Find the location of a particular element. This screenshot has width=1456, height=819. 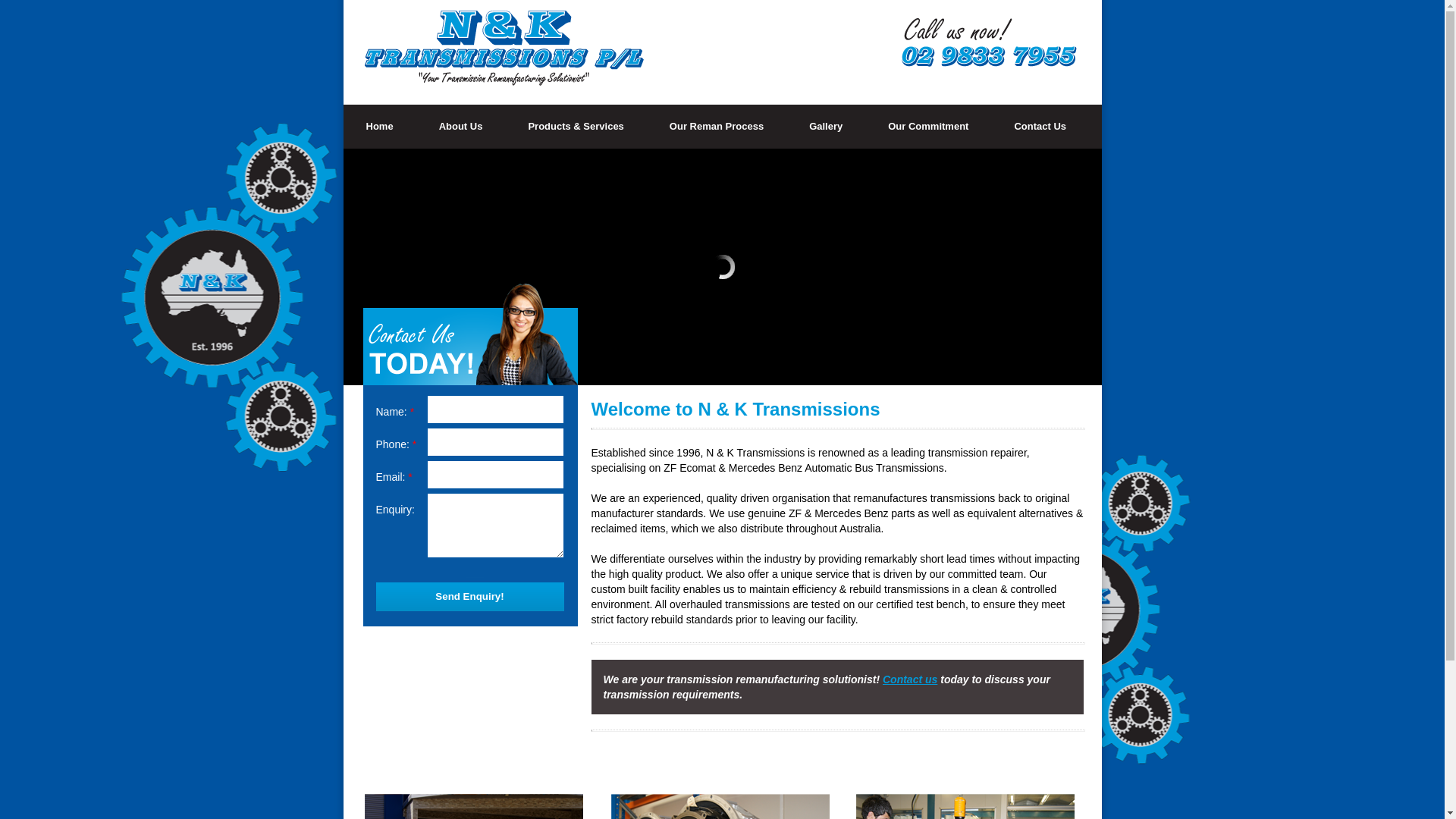

'Our Commitment' is located at coordinates (927, 125).